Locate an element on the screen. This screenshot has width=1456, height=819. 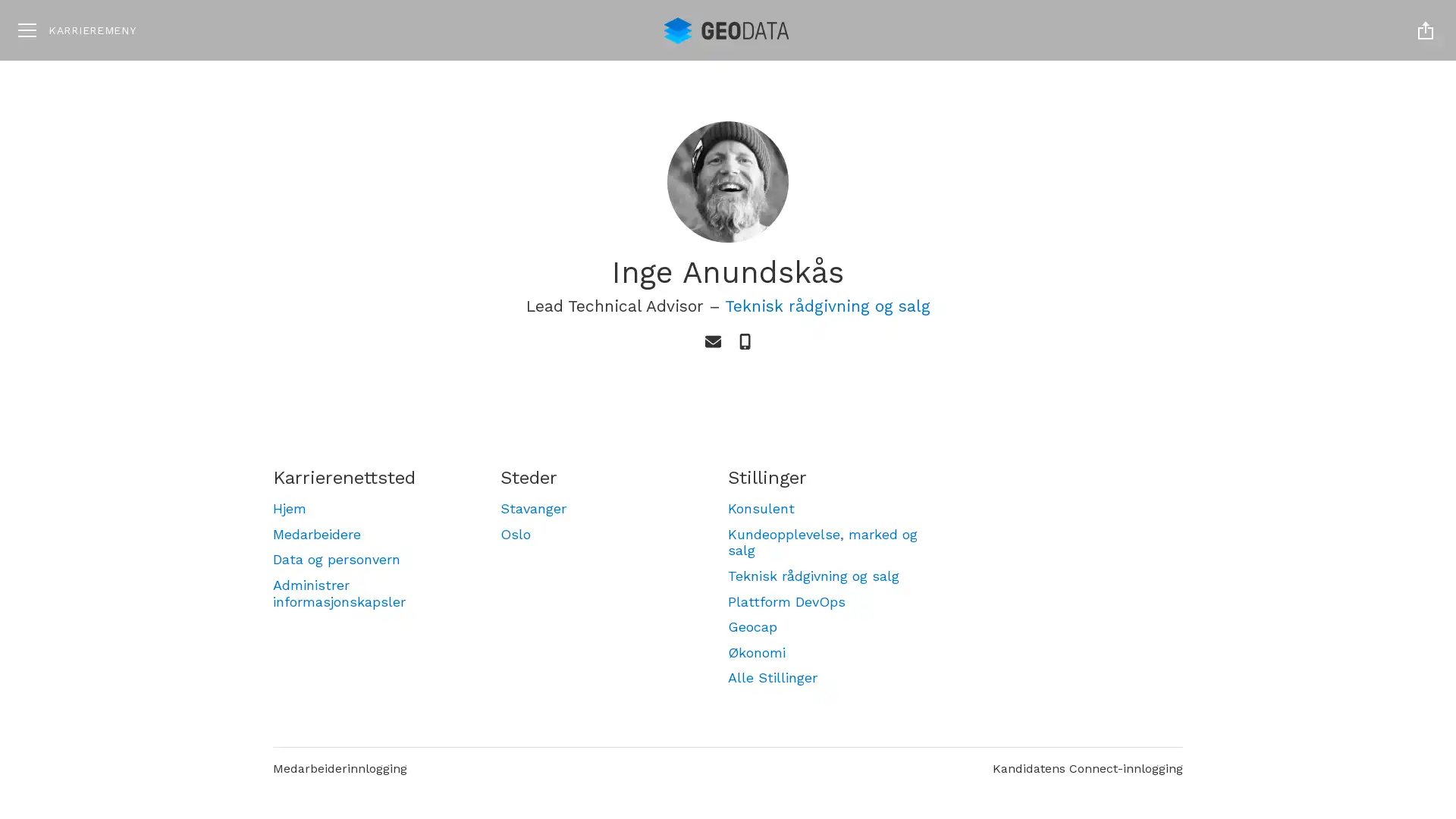
Telefon is located at coordinates (745, 342).